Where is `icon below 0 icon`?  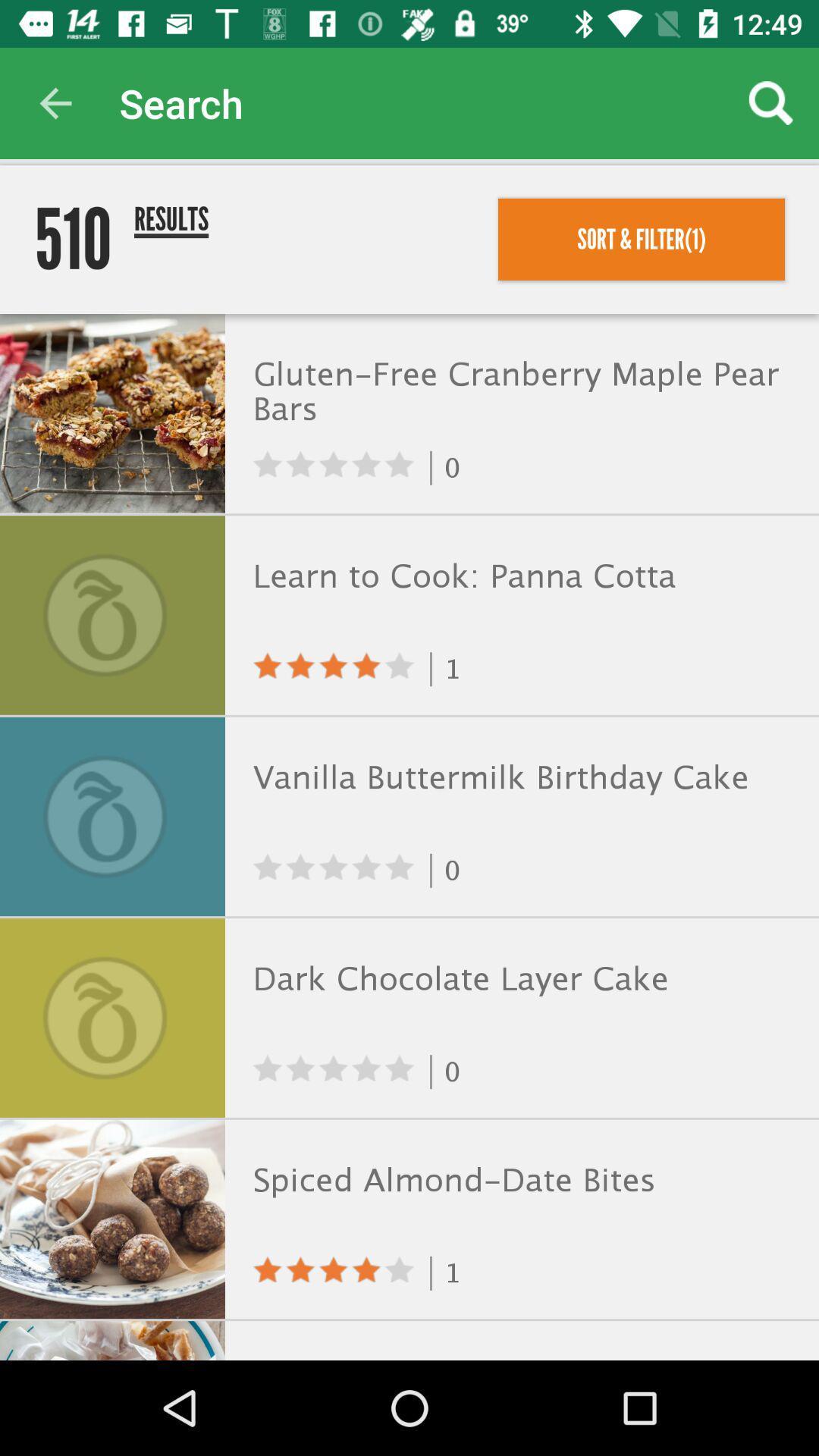 icon below 0 icon is located at coordinates (518, 1179).